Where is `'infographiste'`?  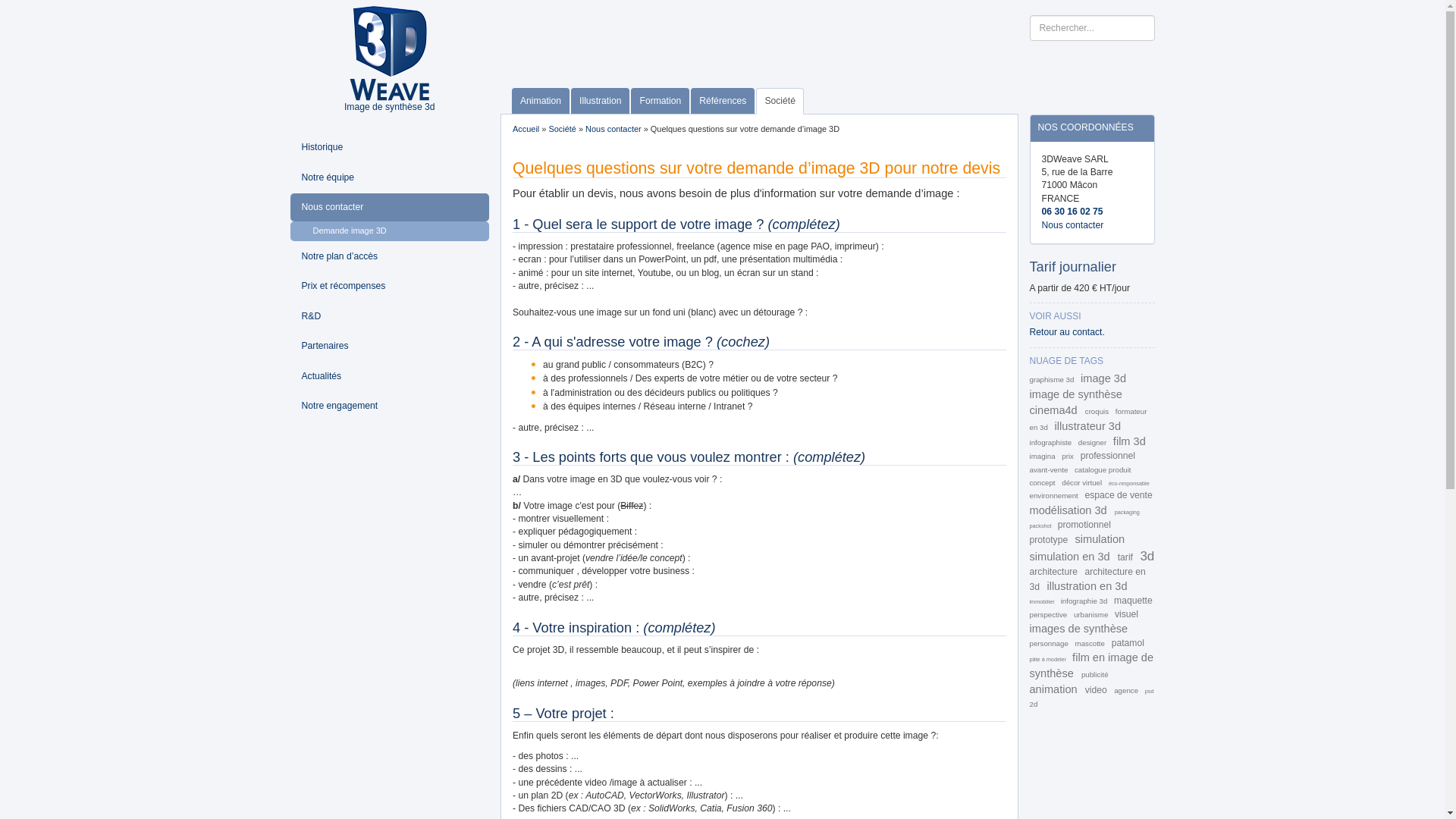
'infographiste' is located at coordinates (1051, 442).